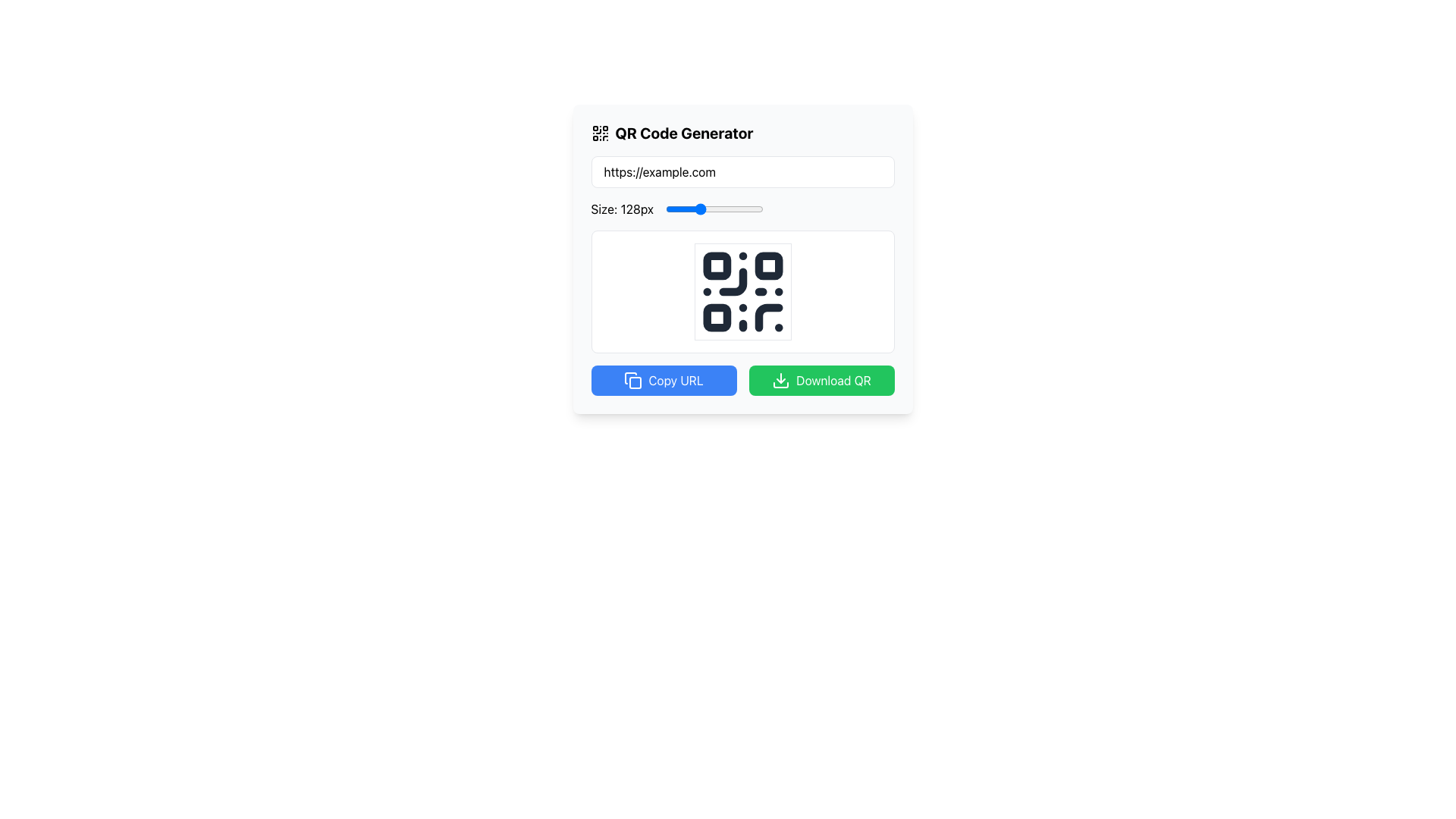 The width and height of the screenshot is (1456, 819). I want to click on the size, so click(737, 209).